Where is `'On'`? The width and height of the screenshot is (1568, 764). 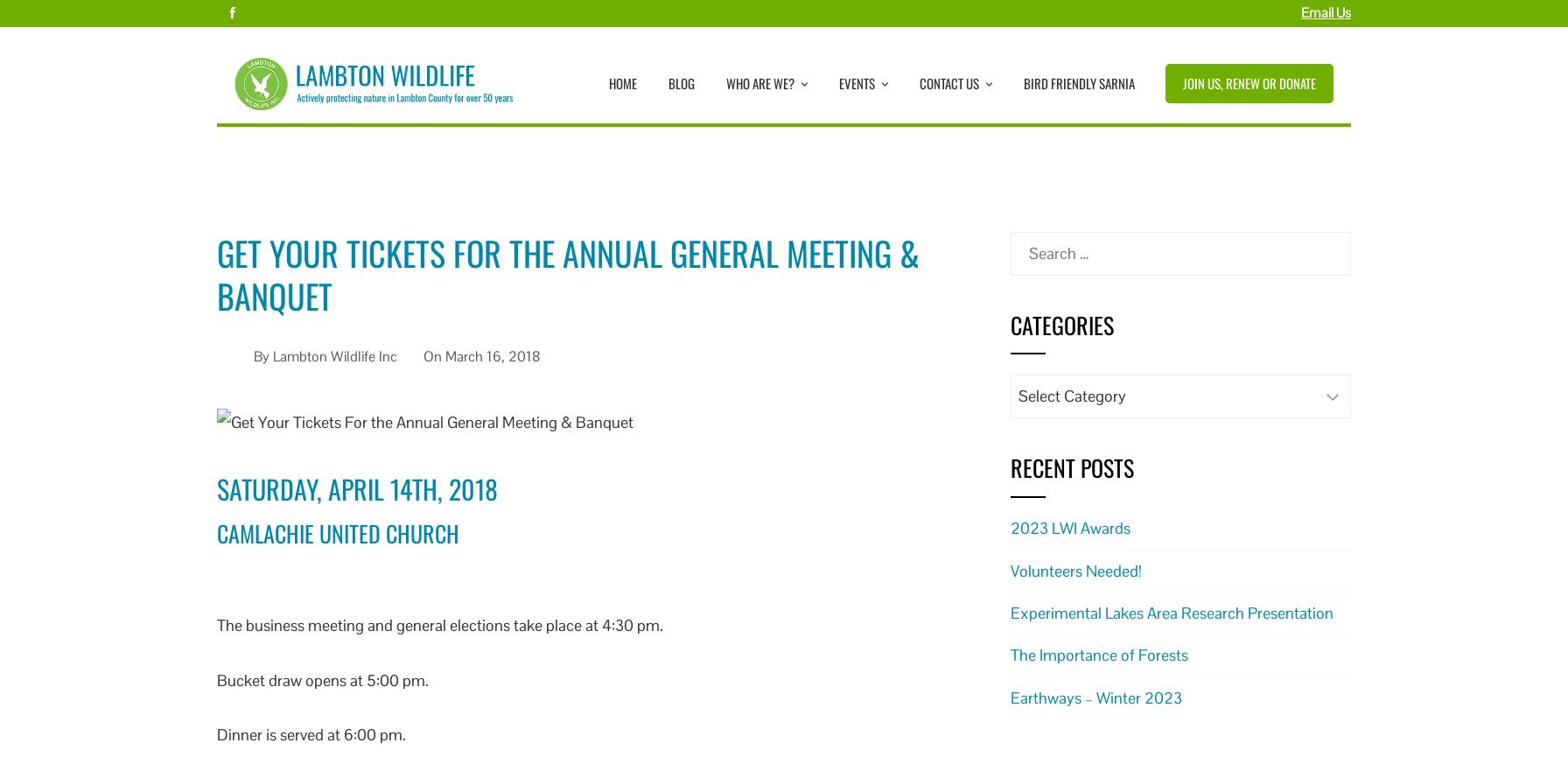
'On' is located at coordinates (434, 355).